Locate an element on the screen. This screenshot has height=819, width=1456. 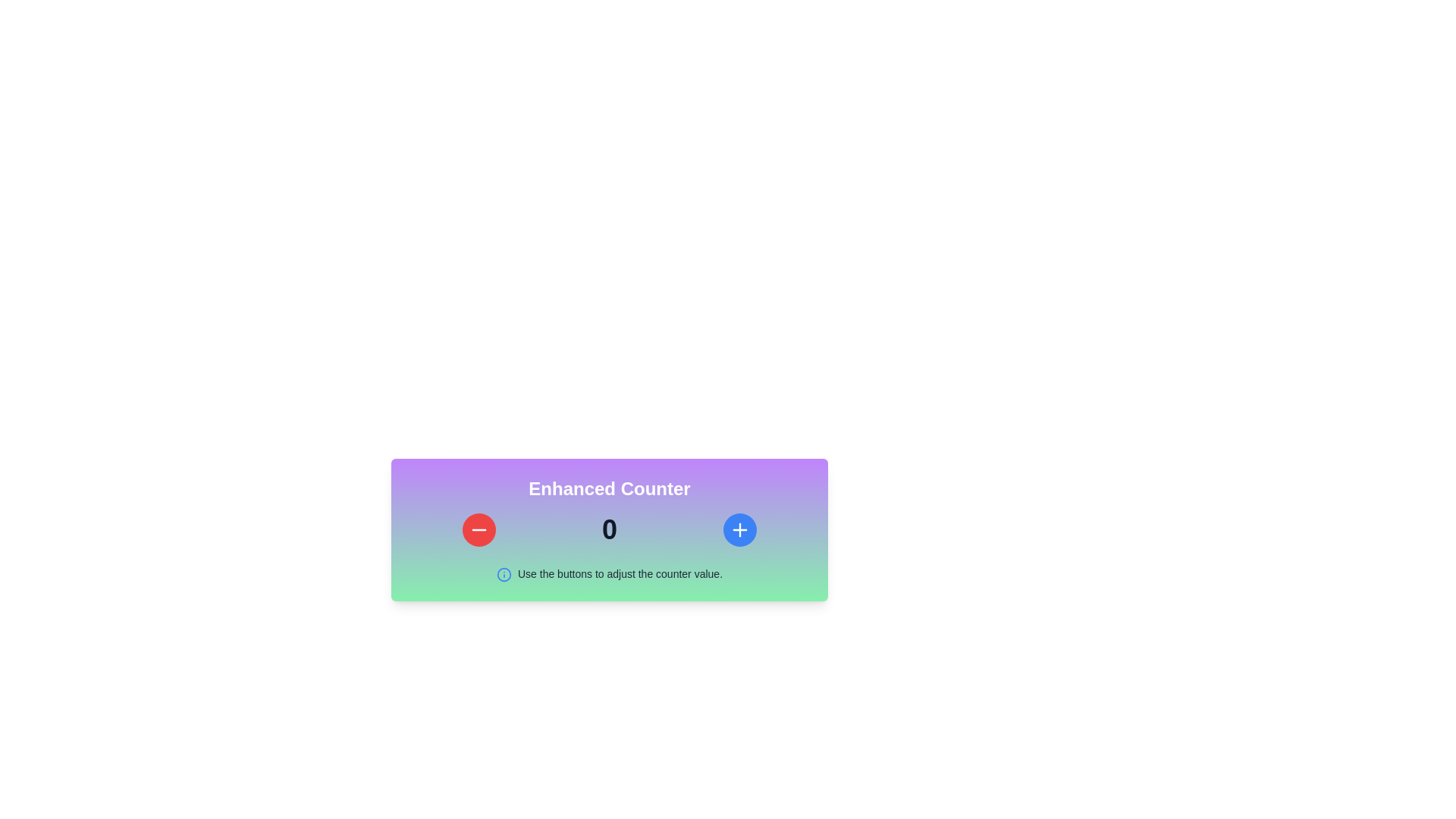
the static text label that instructs 'Use the buttons to adjust the counter value.' positioned centrally below the counter display is located at coordinates (620, 573).